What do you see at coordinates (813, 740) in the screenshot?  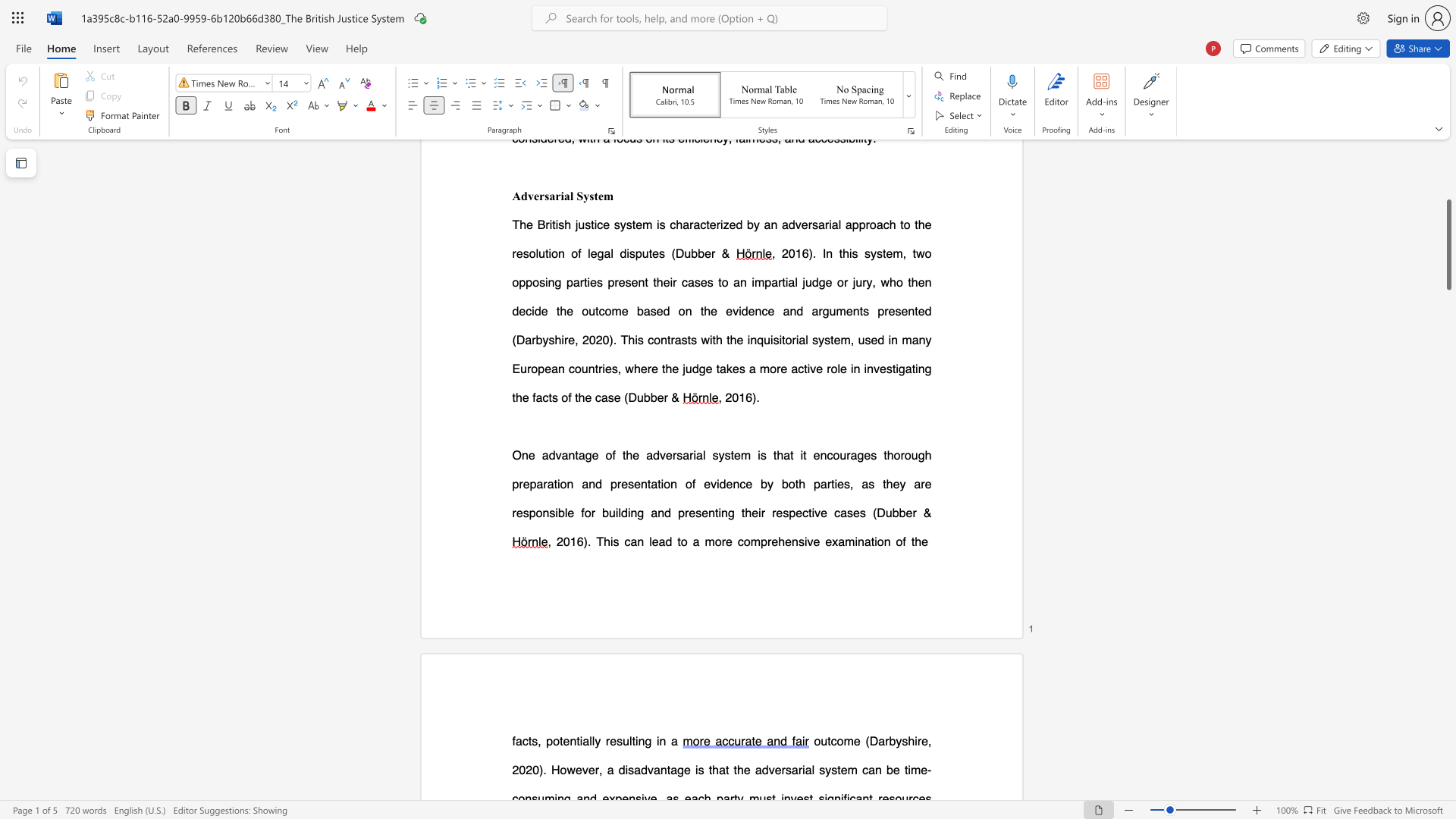 I see `the subset text "outcome (D" within the text "outcome (Darbyshire,"` at bounding box center [813, 740].